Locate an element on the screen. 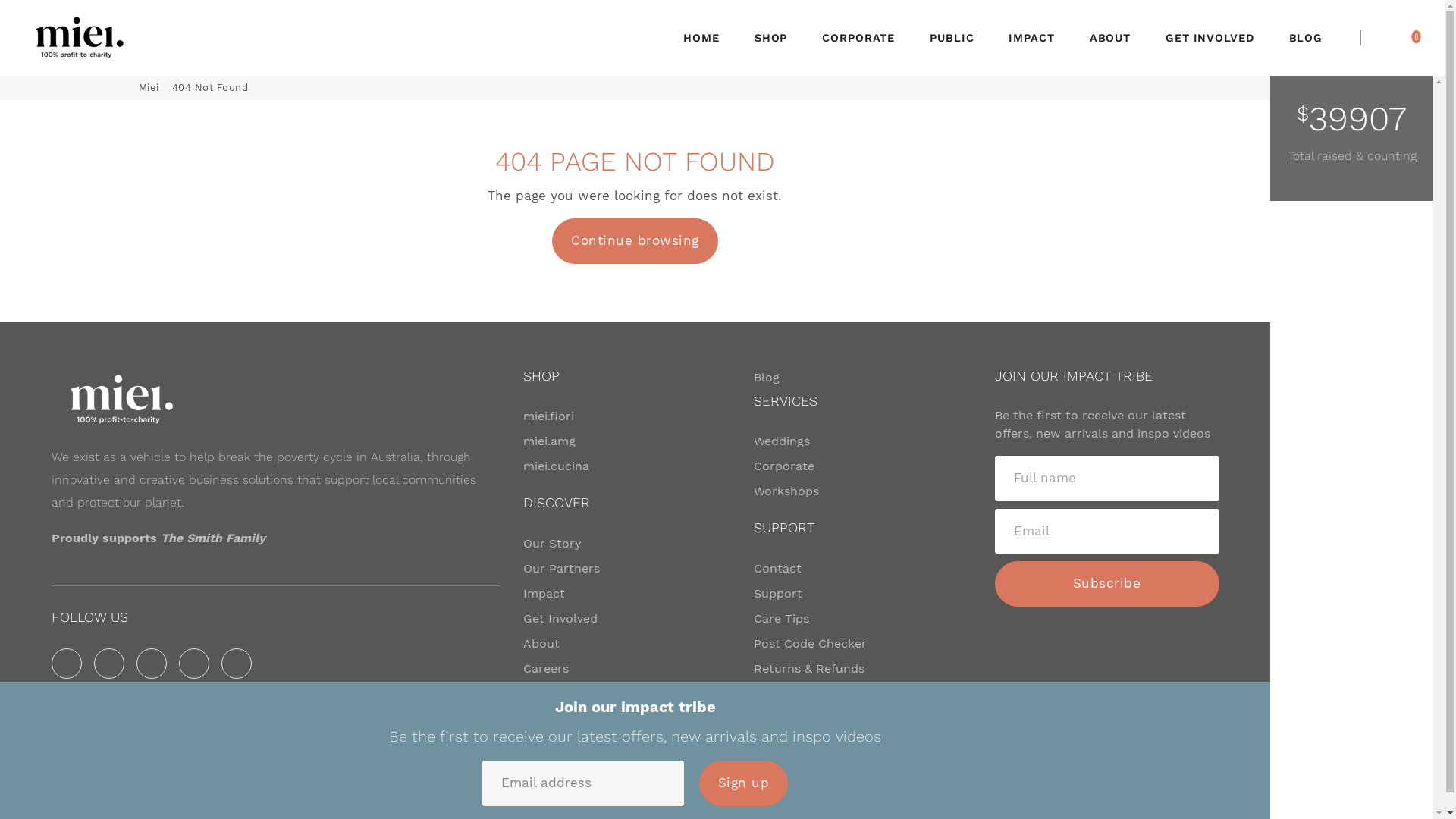 This screenshot has width=1456, height=819. 'Get Involved' is located at coordinates (560, 619).